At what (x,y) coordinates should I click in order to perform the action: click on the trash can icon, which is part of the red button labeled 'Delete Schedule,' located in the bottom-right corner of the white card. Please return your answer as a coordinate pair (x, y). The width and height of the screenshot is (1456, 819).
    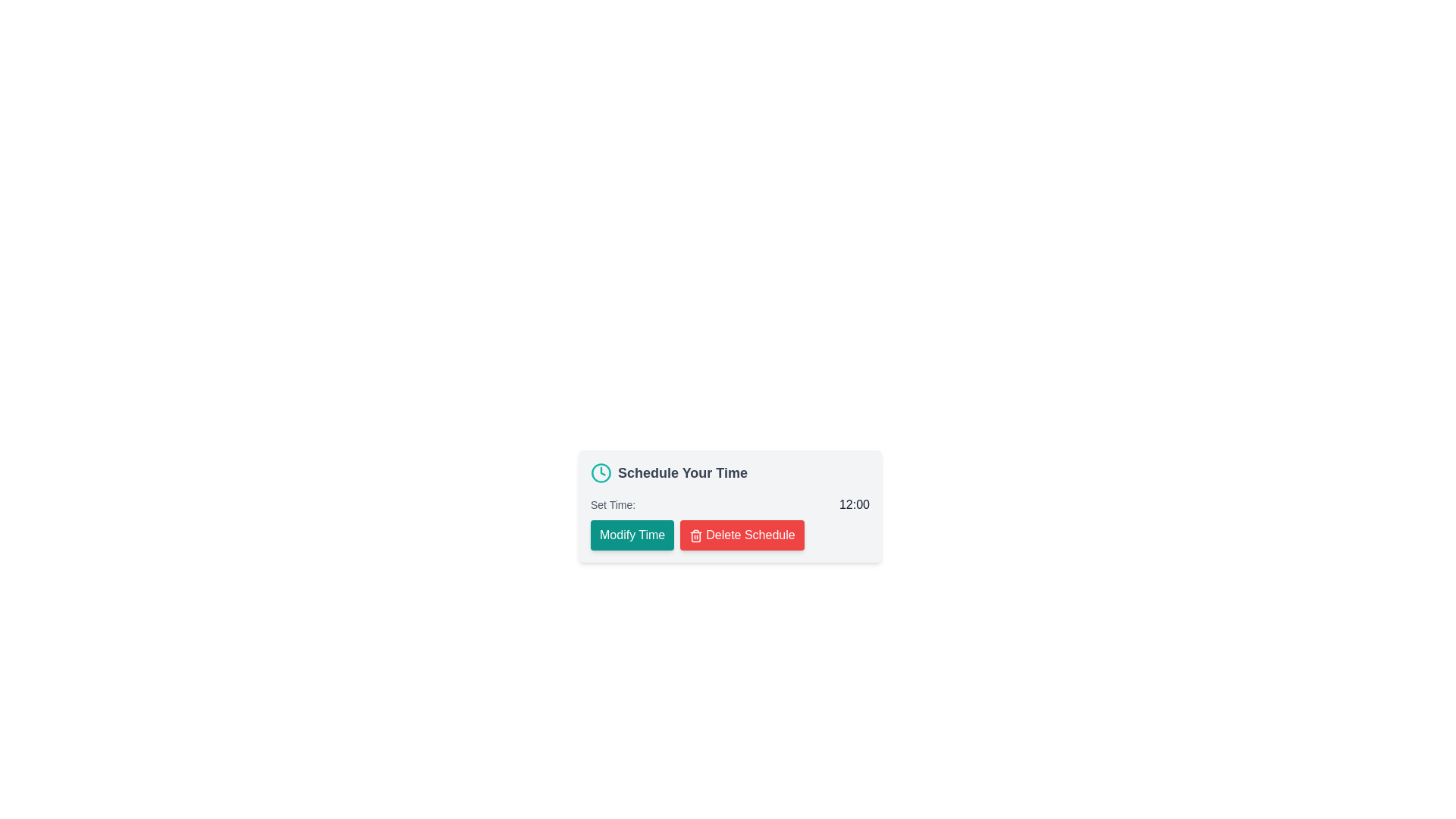
    Looking at the image, I should click on (695, 536).